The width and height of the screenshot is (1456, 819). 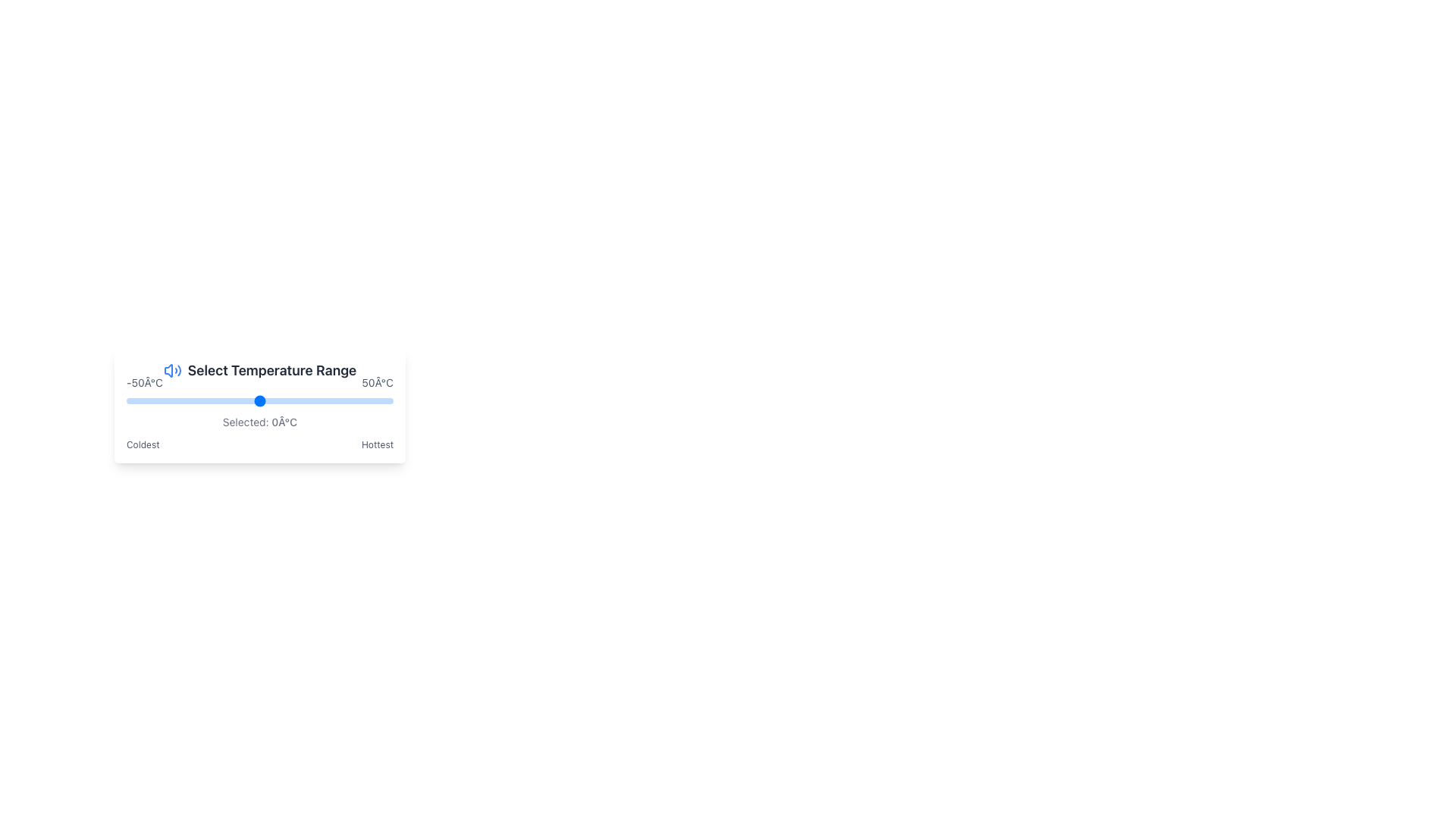 I want to click on the temperature, so click(x=315, y=400).